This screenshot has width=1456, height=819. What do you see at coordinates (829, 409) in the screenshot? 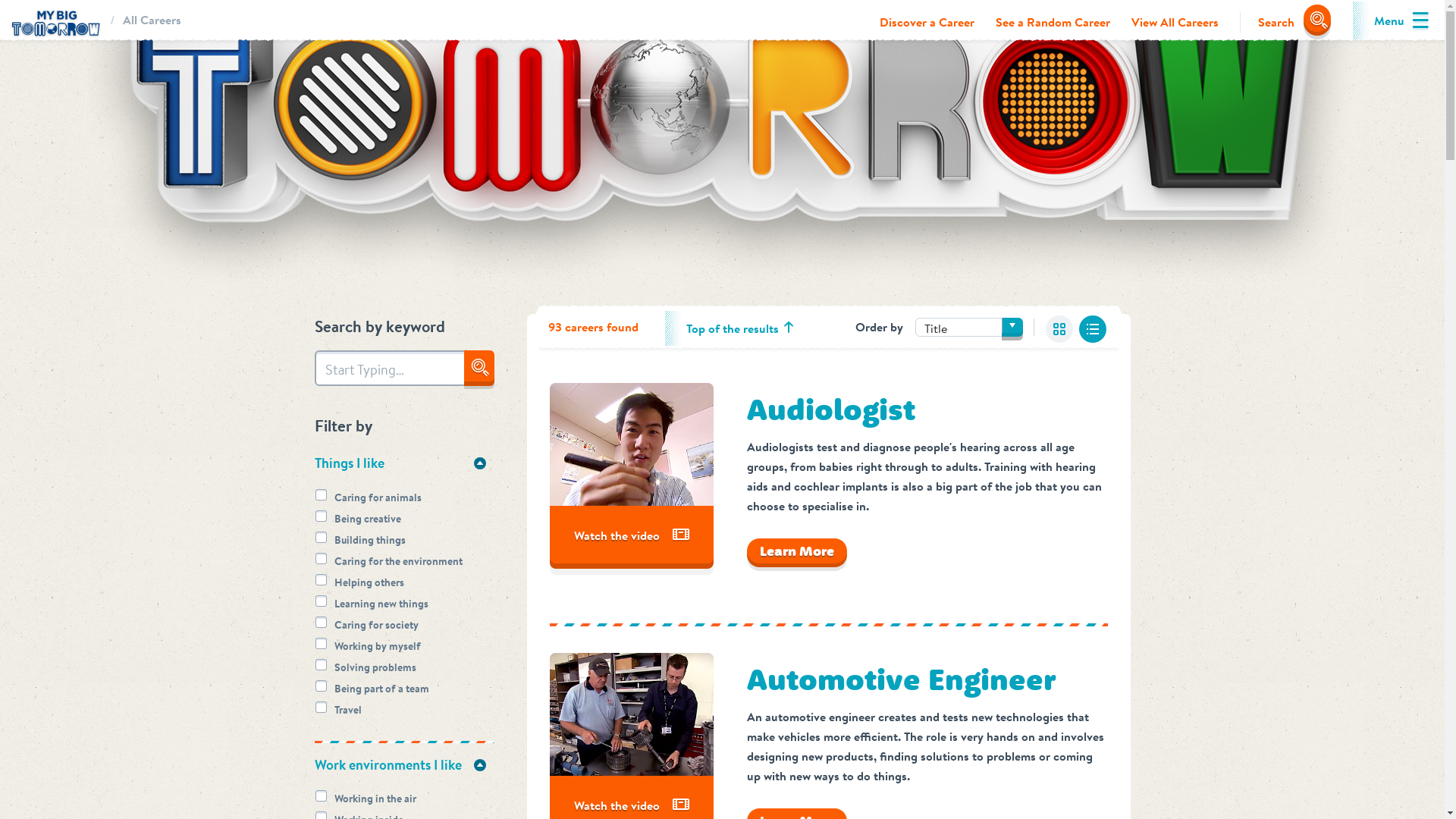
I see `'Audiologist'` at bounding box center [829, 409].